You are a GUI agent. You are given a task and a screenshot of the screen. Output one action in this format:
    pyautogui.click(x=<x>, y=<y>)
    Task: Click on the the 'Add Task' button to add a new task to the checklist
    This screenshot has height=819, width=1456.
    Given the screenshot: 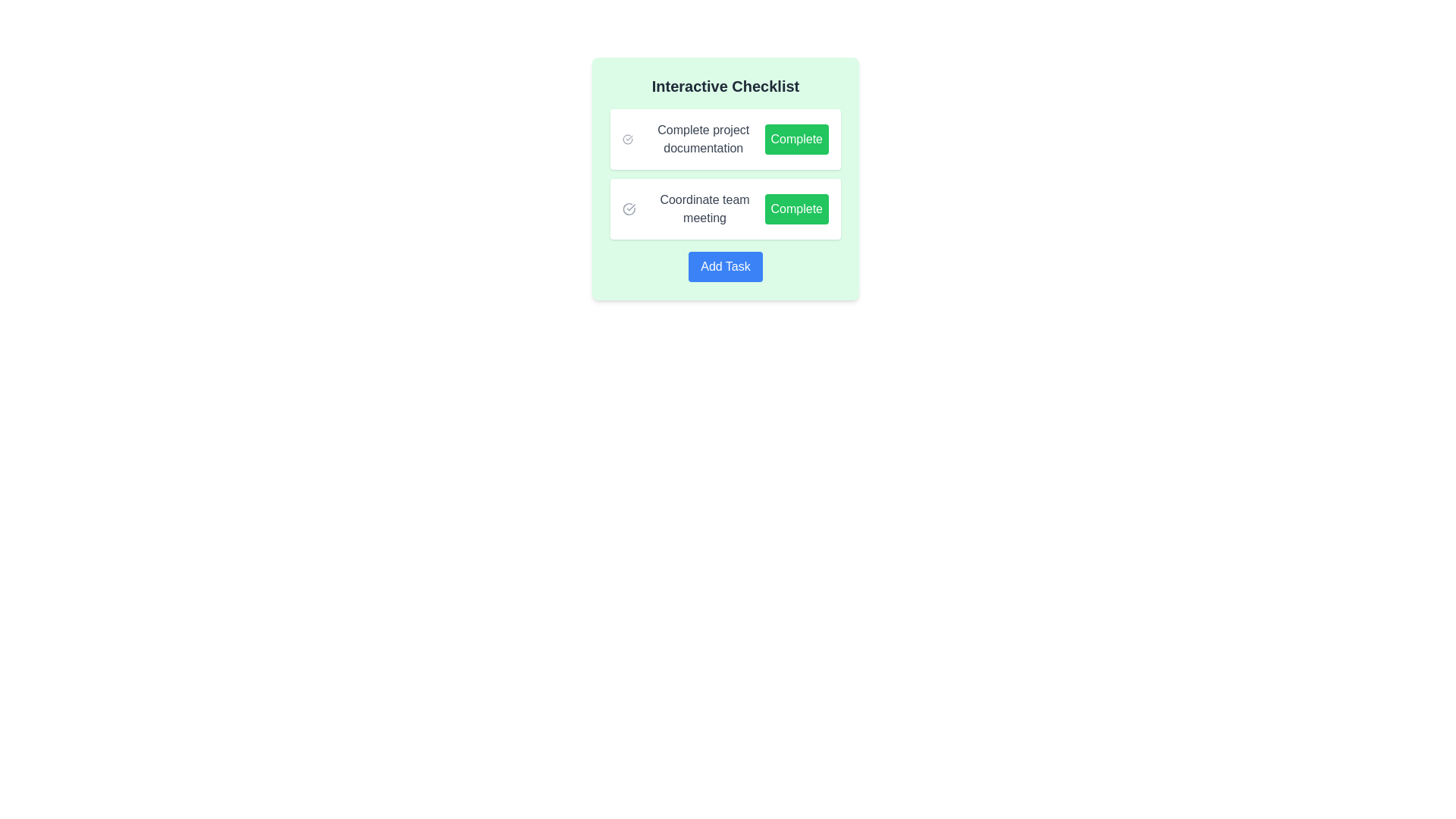 What is the action you would take?
    pyautogui.click(x=724, y=265)
    